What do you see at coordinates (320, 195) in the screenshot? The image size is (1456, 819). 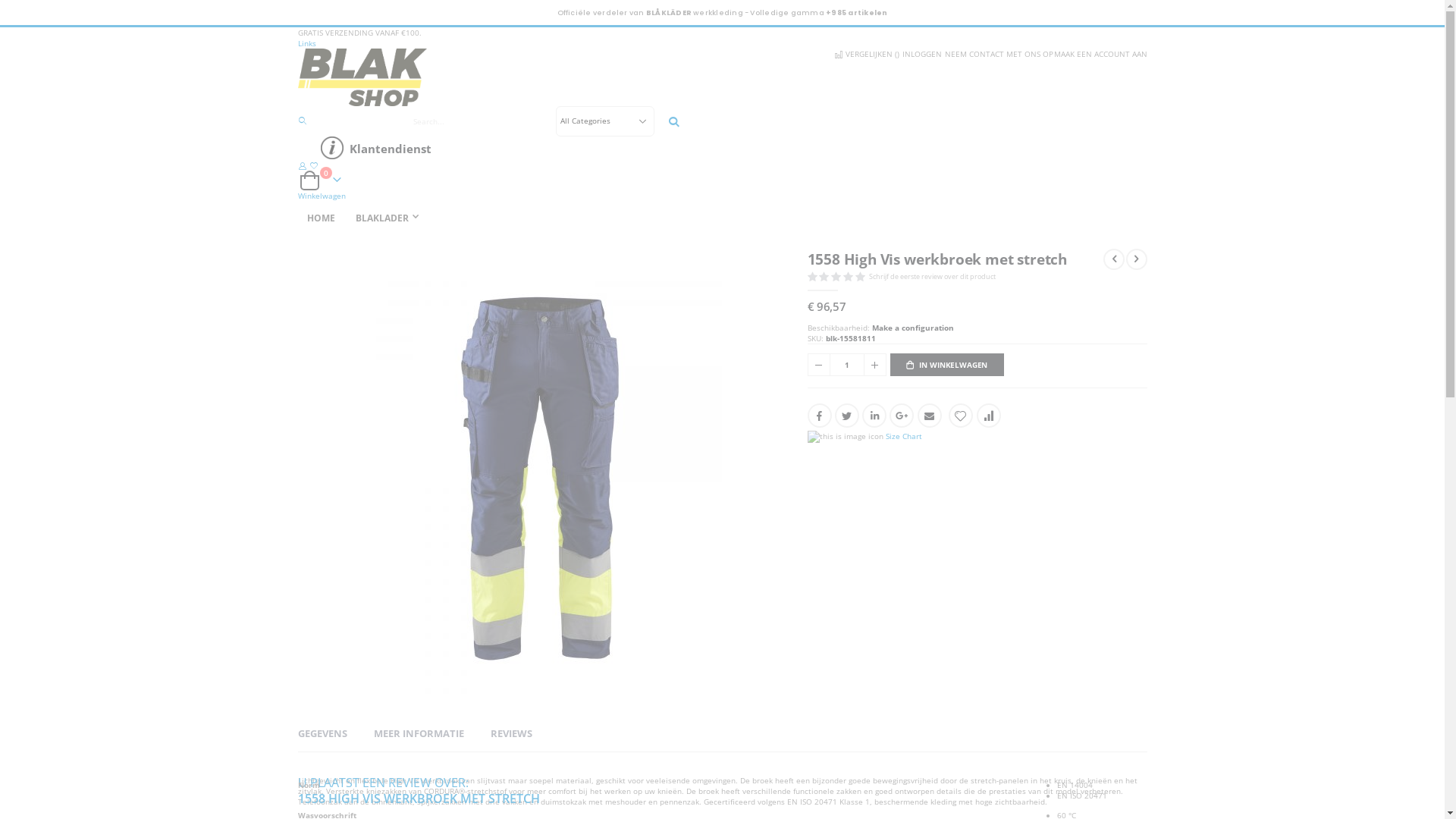 I see `'Winkelwagen'` at bounding box center [320, 195].